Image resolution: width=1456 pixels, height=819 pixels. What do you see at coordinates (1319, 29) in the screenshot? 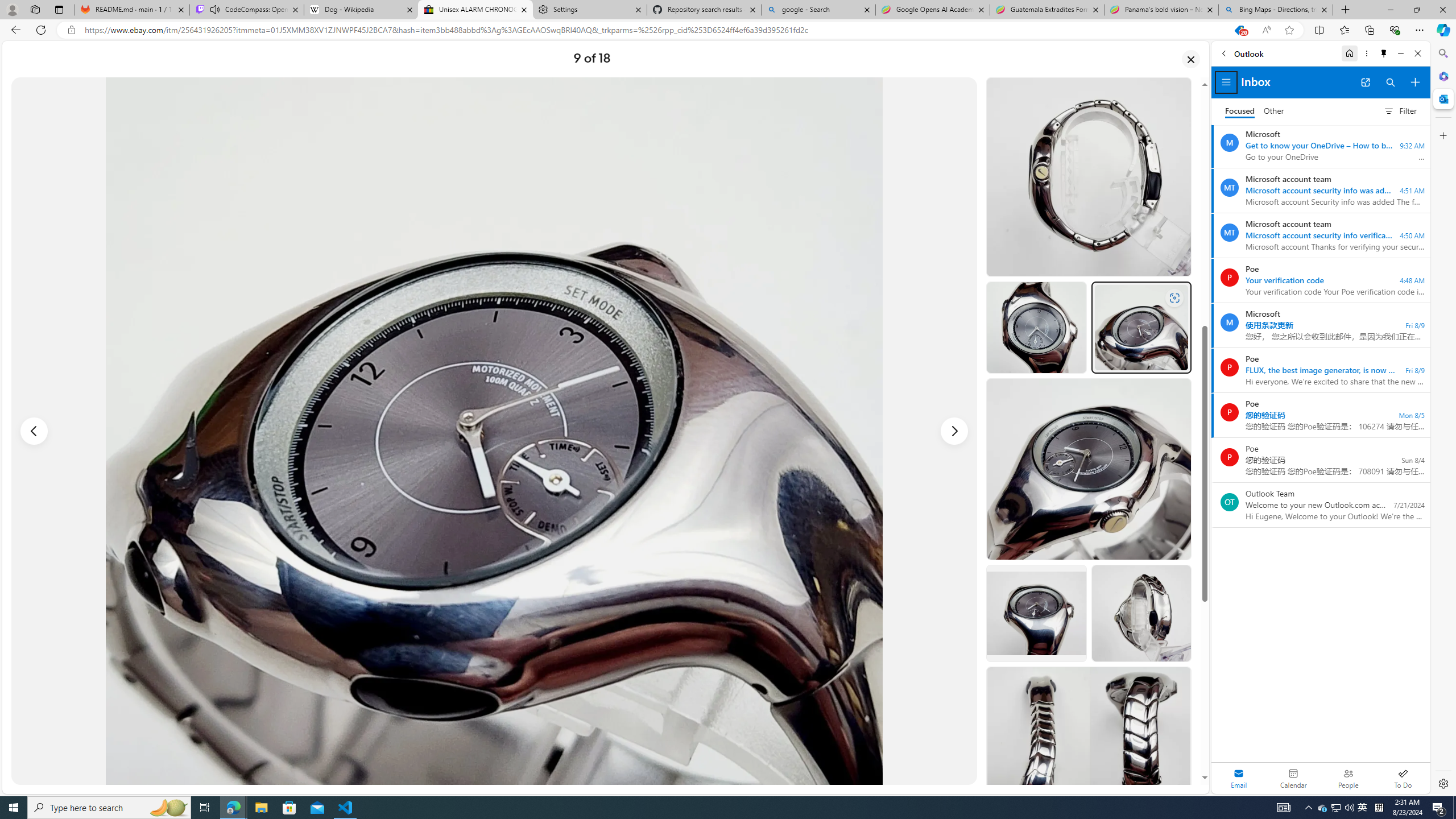
I see `'Split screen'` at bounding box center [1319, 29].